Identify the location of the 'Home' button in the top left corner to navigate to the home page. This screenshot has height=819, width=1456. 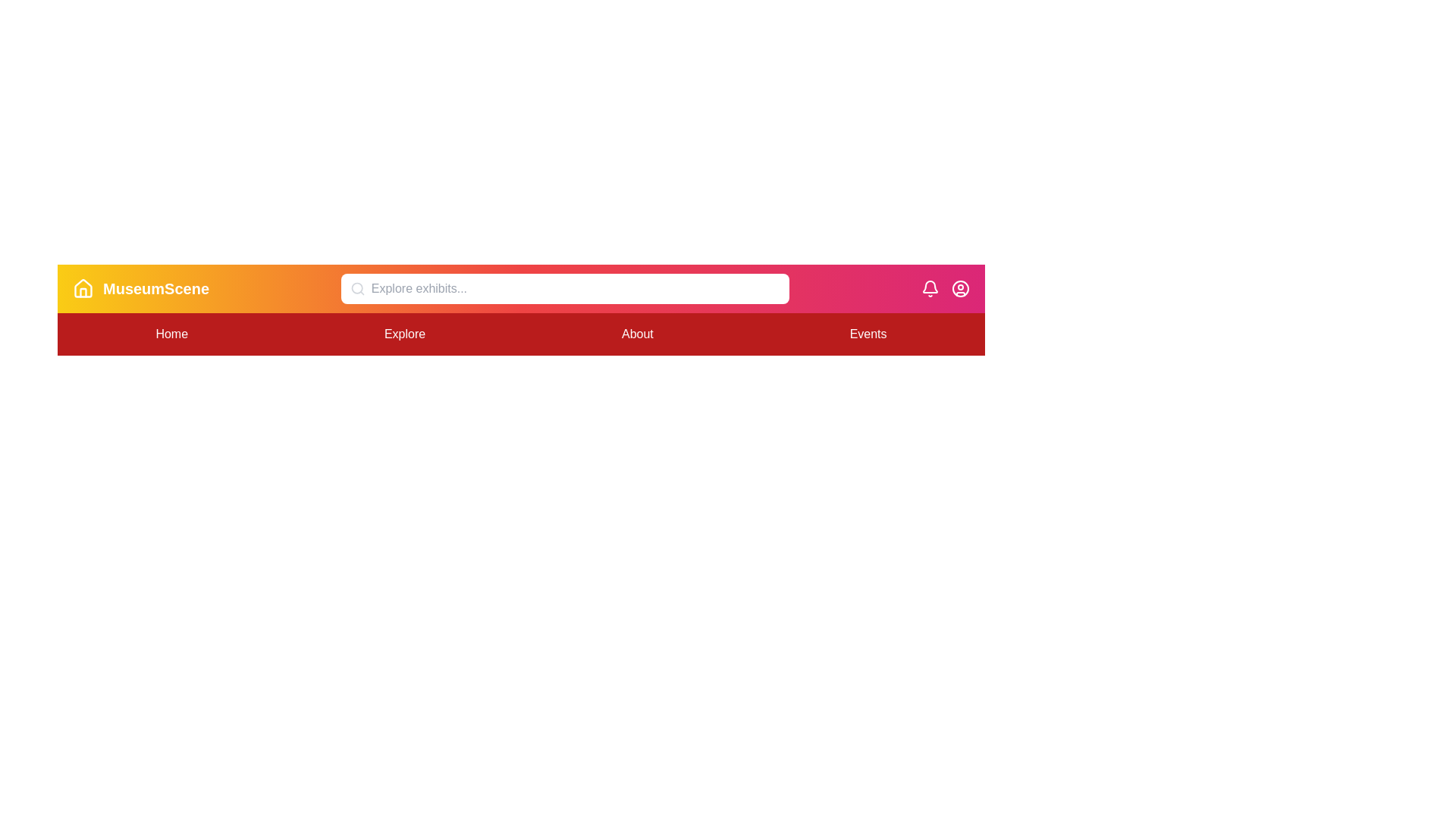
(171, 333).